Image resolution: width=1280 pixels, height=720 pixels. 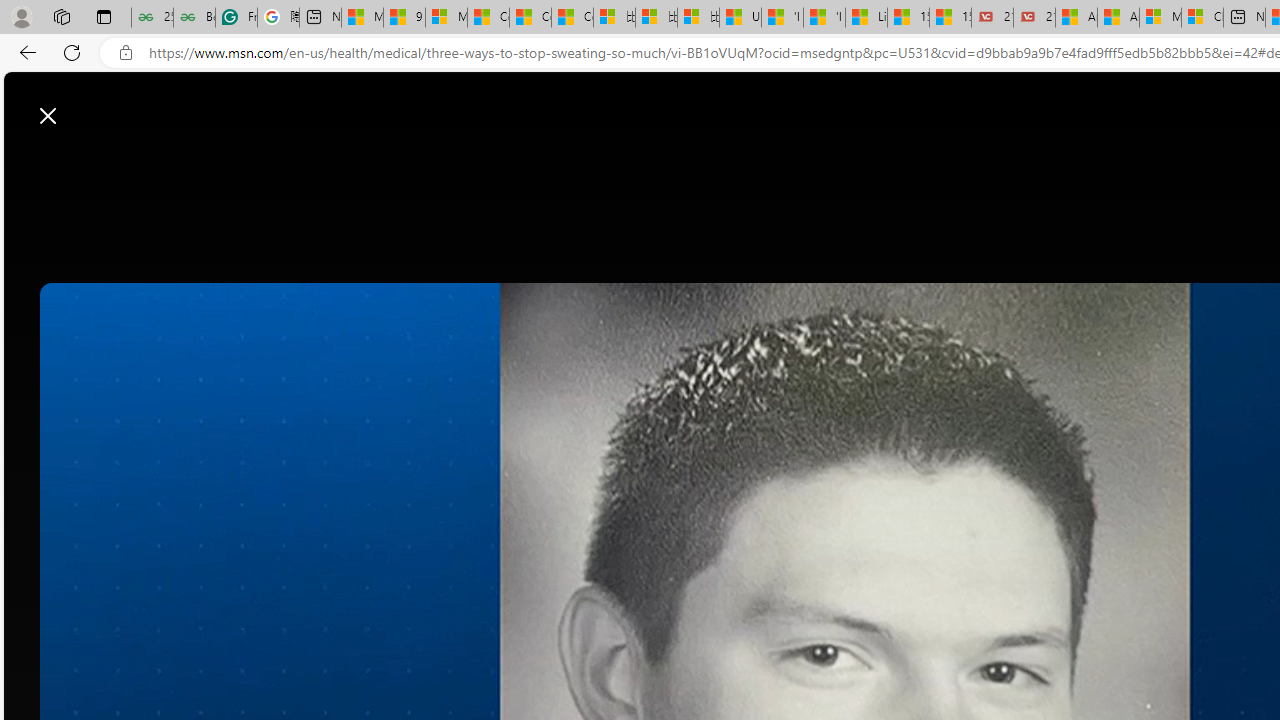 I want to click on 'Class: control icon-only', so click(x=48, y=115).